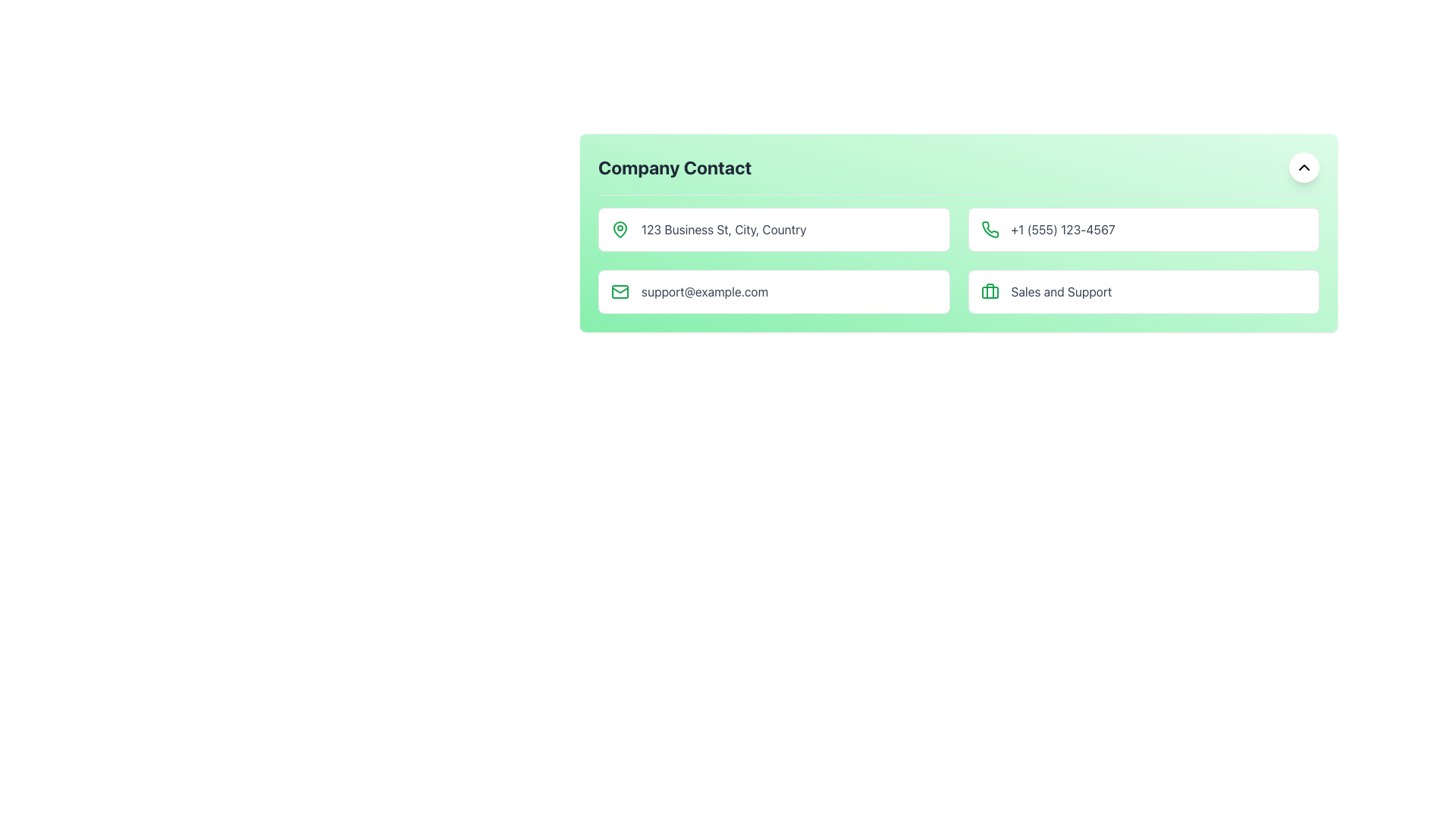 This screenshot has width=1456, height=819. What do you see at coordinates (620, 228) in the screenshot?
I see `the outer contour of the green map pin icon located to the left of the text '123 Business St, City, Country'` at bounding box center [620, 228].